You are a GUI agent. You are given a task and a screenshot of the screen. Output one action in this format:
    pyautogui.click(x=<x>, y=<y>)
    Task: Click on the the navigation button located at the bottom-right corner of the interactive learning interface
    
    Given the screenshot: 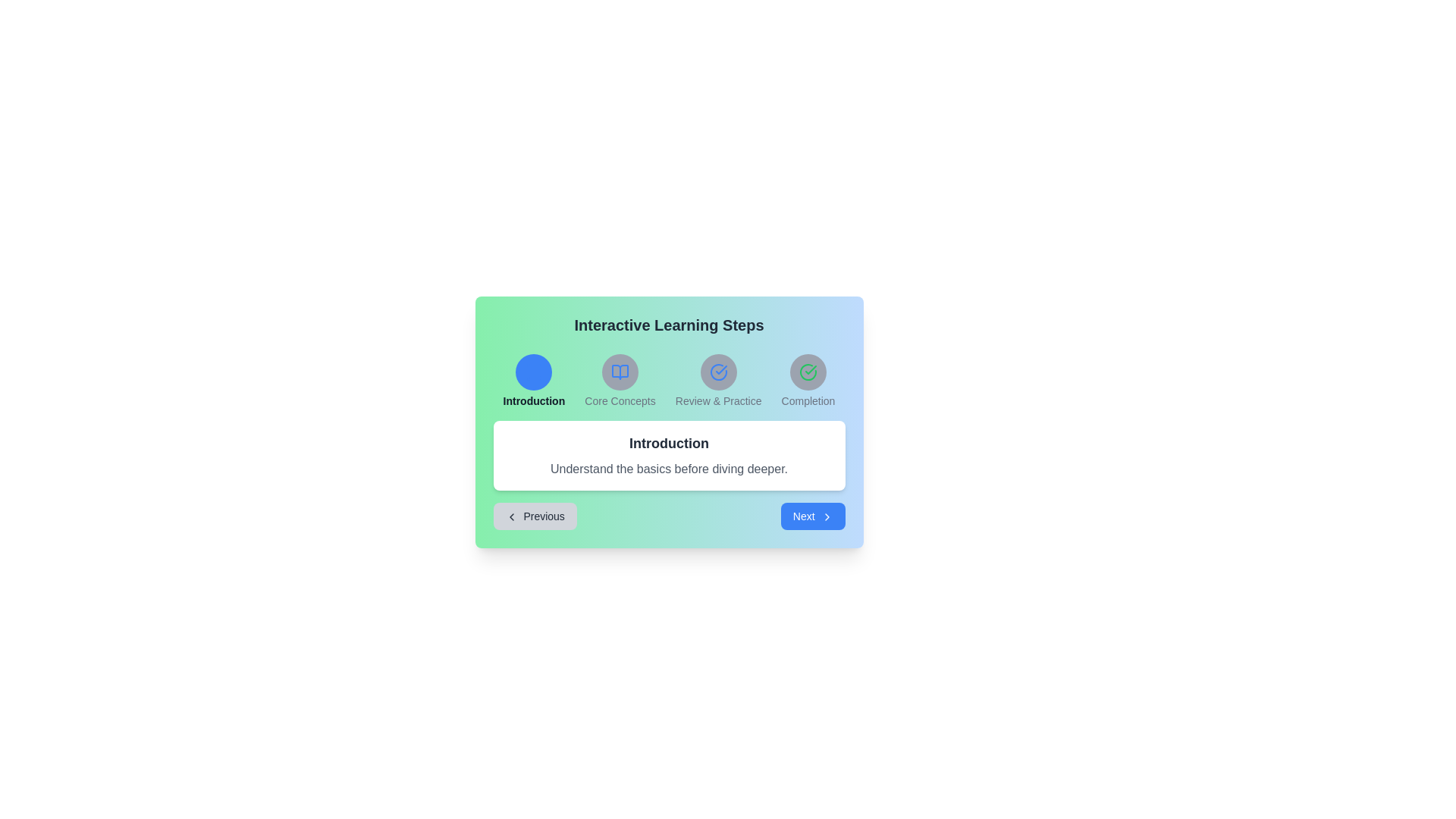 What is the action you would take?
    pyautogui.click(x=535, y=516)
    